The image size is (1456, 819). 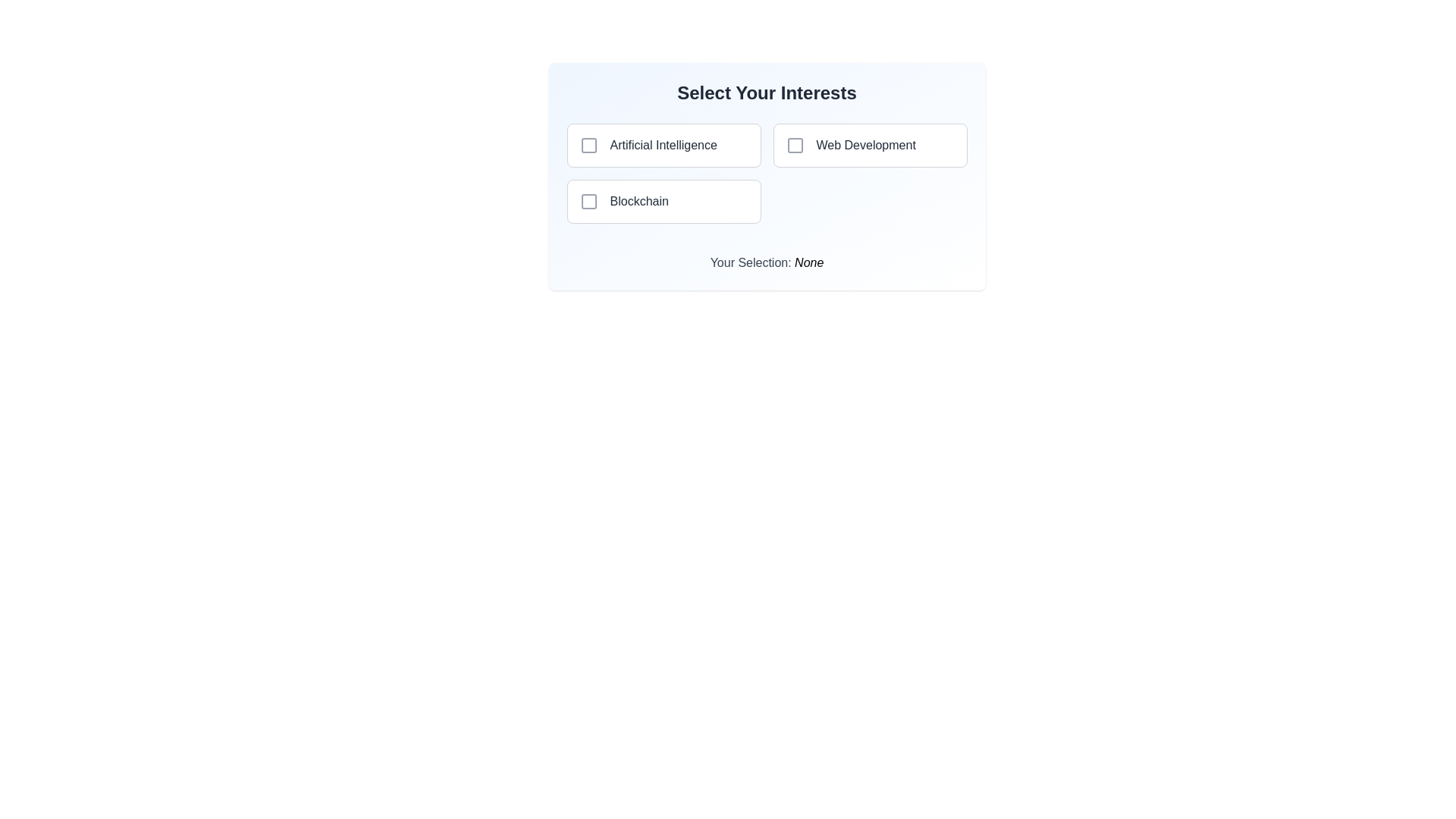 What do you see at coordinates (794, 146) in the screenshot?
I see `the checkbox for the 'Web Development' option` at bounding box center [794, 146].